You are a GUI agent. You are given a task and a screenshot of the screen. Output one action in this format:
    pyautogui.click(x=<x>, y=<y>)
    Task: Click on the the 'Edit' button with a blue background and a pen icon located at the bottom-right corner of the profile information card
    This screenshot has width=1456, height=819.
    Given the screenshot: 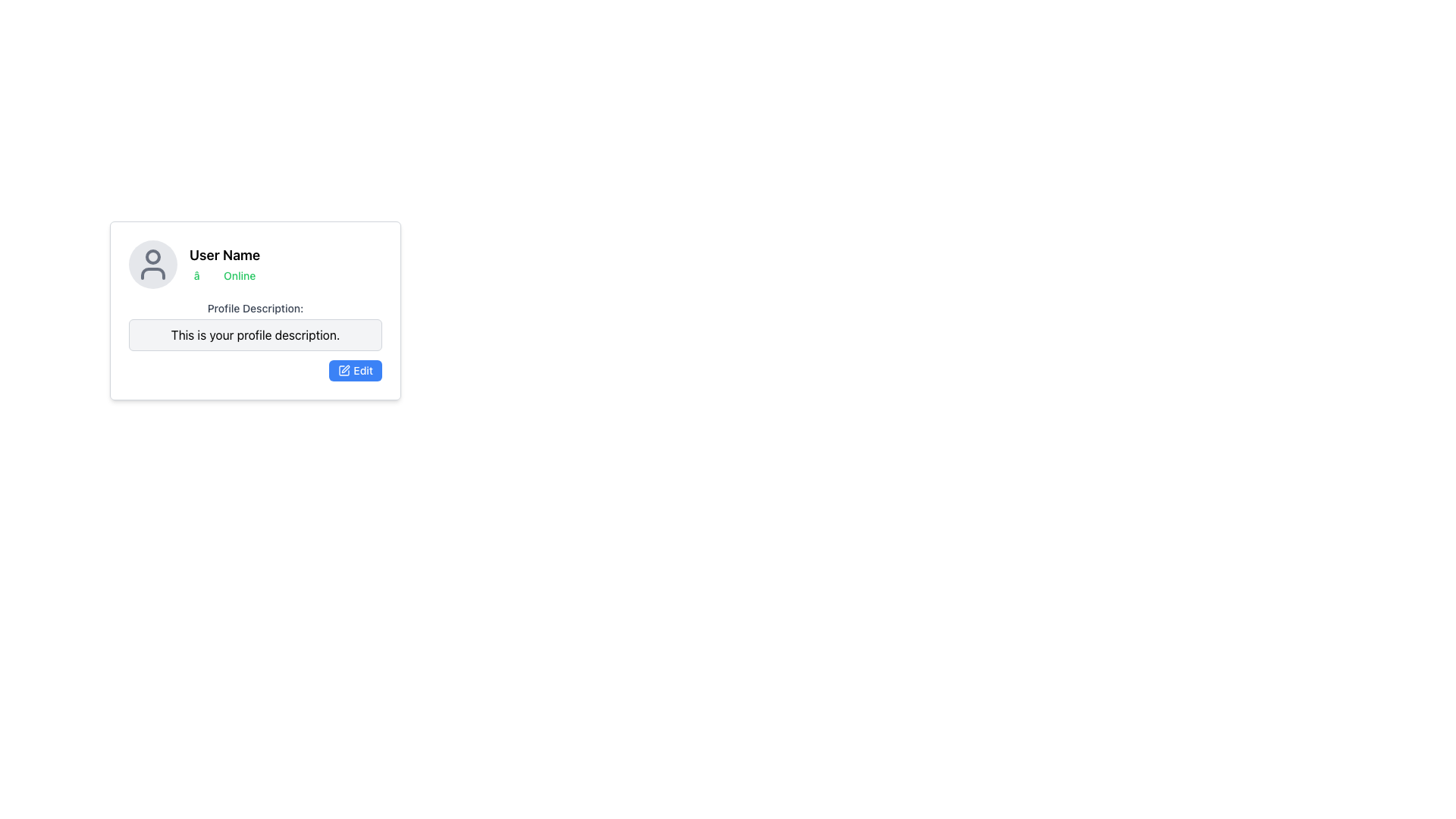 What is the action you would take?
    pyautogui.click(x=355, y=371)
    